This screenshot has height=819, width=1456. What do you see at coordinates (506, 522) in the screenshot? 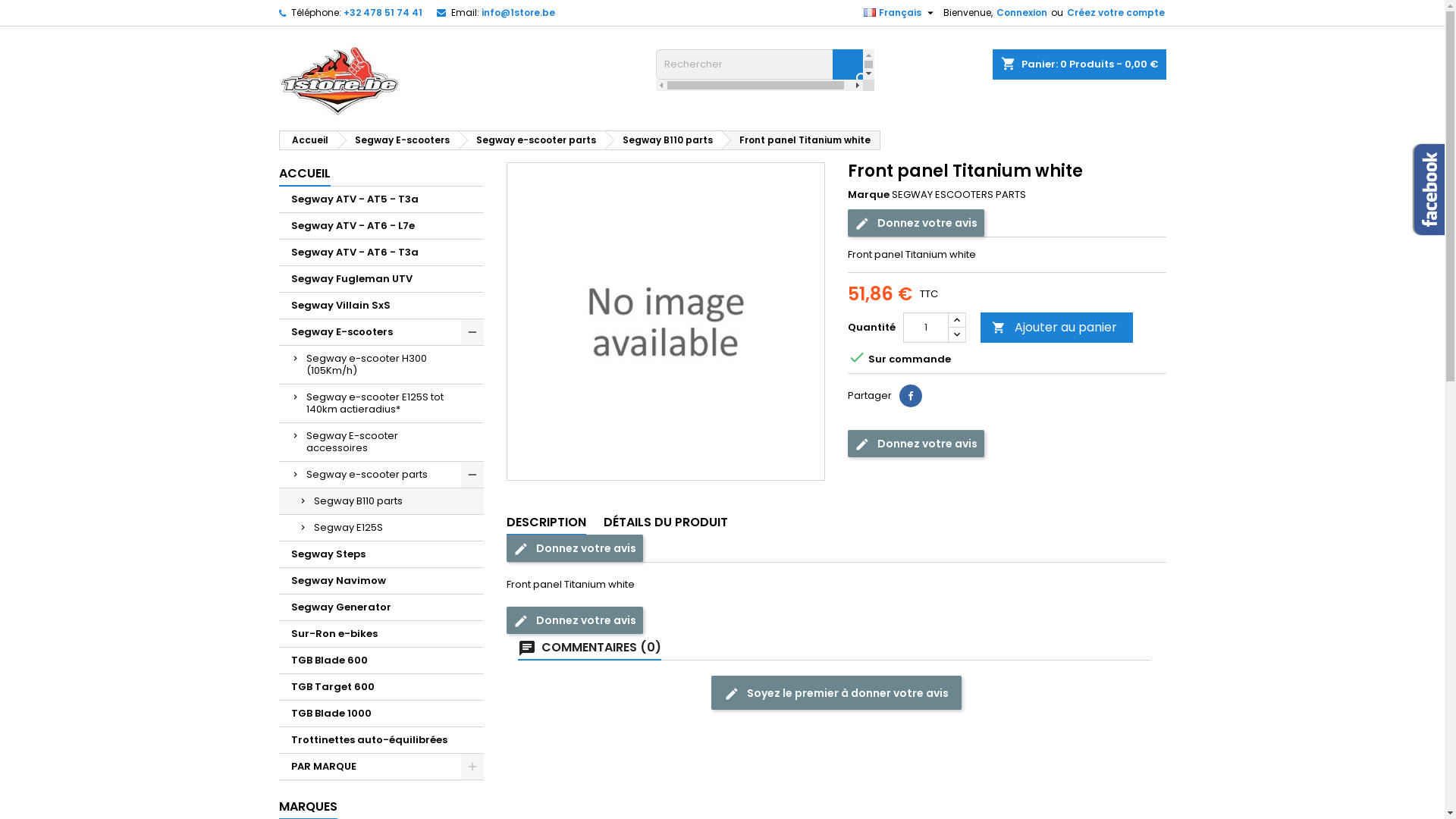
I see `'DESCRIPTION'` at bounding box center [506, 522].